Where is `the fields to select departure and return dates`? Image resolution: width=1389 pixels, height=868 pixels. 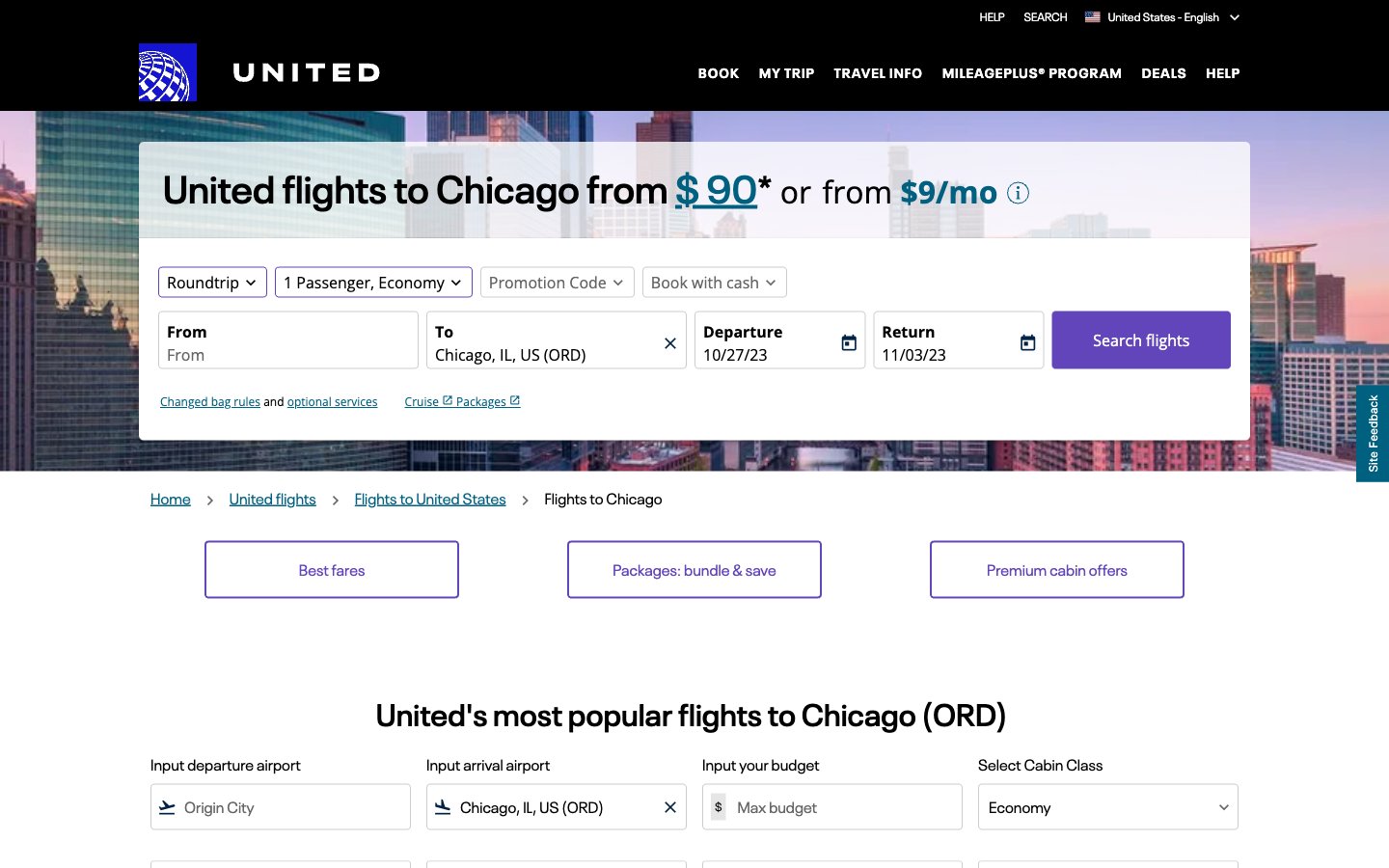 the fields to select departure and return dates is located at coordinates (770, 355).